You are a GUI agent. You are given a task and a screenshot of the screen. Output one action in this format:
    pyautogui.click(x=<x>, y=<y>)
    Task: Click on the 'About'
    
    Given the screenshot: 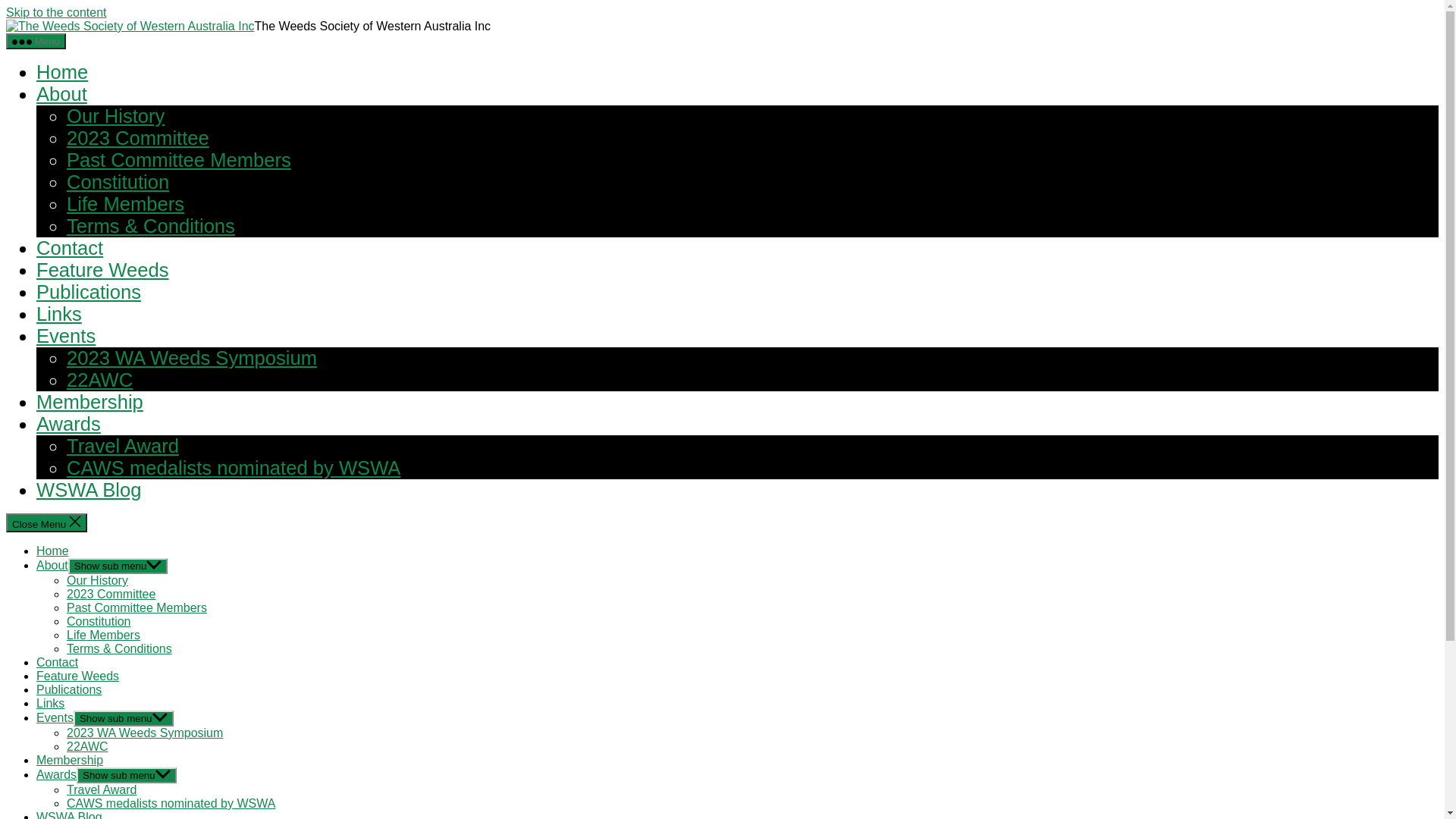 What is the action you would take?
    pyautogui.click(x=61, y=93)
    